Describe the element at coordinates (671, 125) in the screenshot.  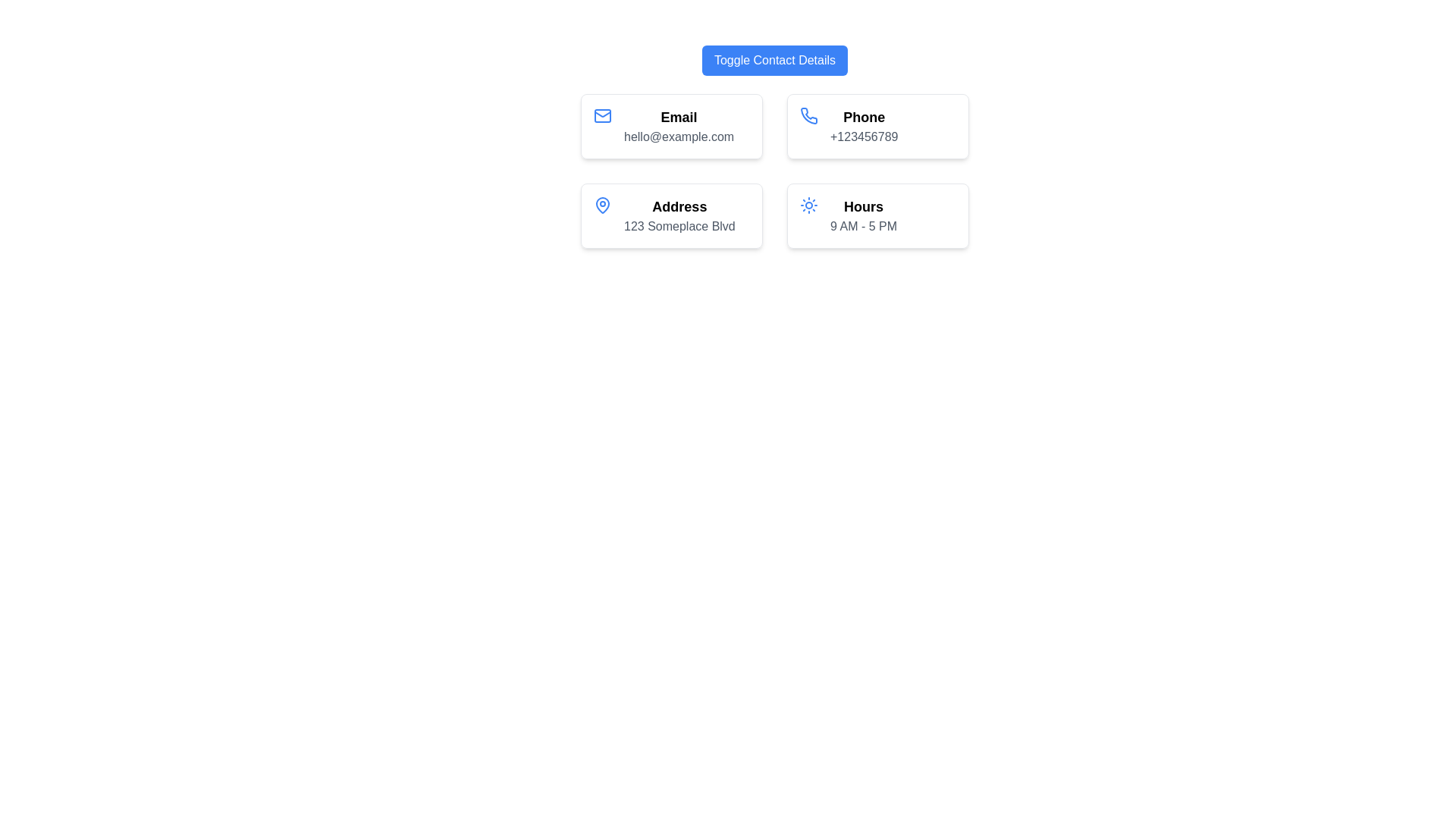
I see `the email display card located in the top-left quadrant of the grid, which provides contact email information` at that location.